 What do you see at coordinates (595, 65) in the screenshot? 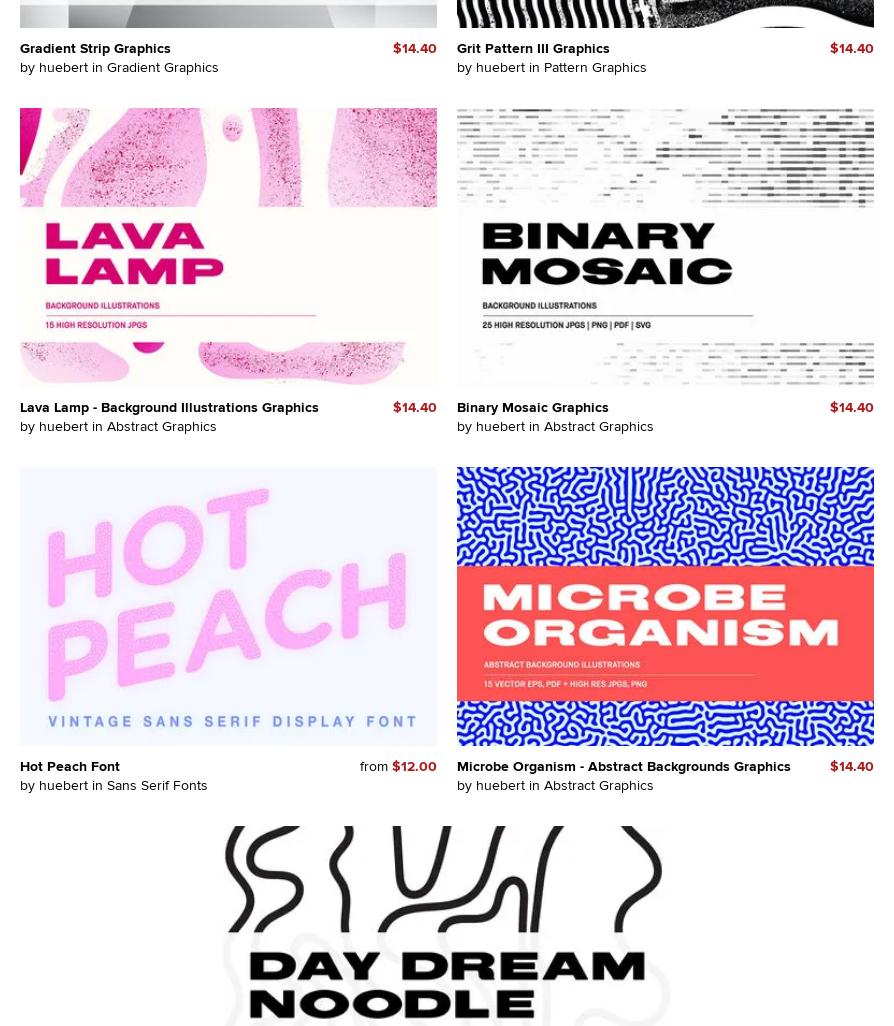
I see `'Pattern Graphics'` at bounding box center [595, 65].